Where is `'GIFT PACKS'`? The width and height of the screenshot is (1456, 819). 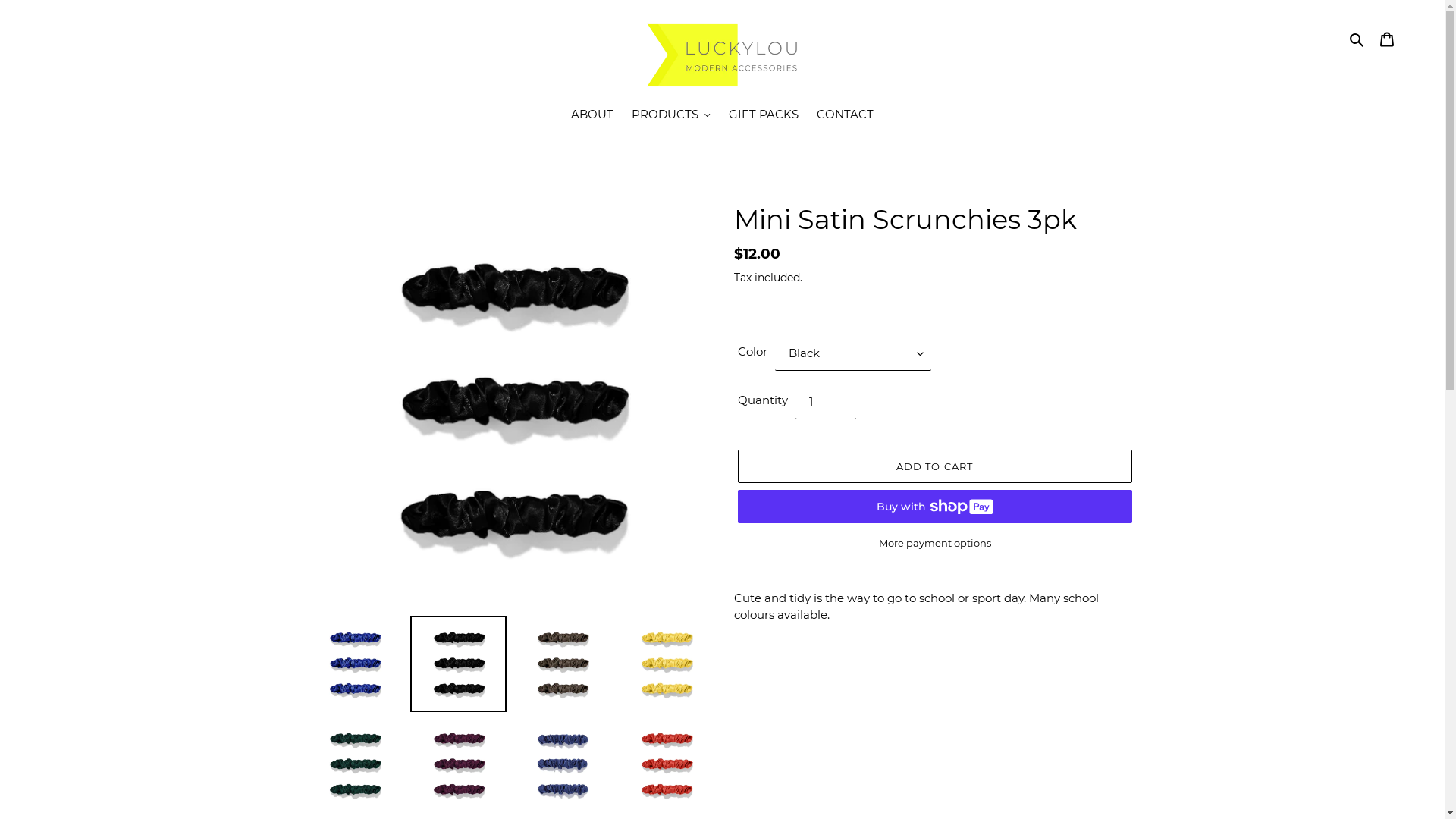 'GIFT PACKS' is located at coordinates (764, 115).